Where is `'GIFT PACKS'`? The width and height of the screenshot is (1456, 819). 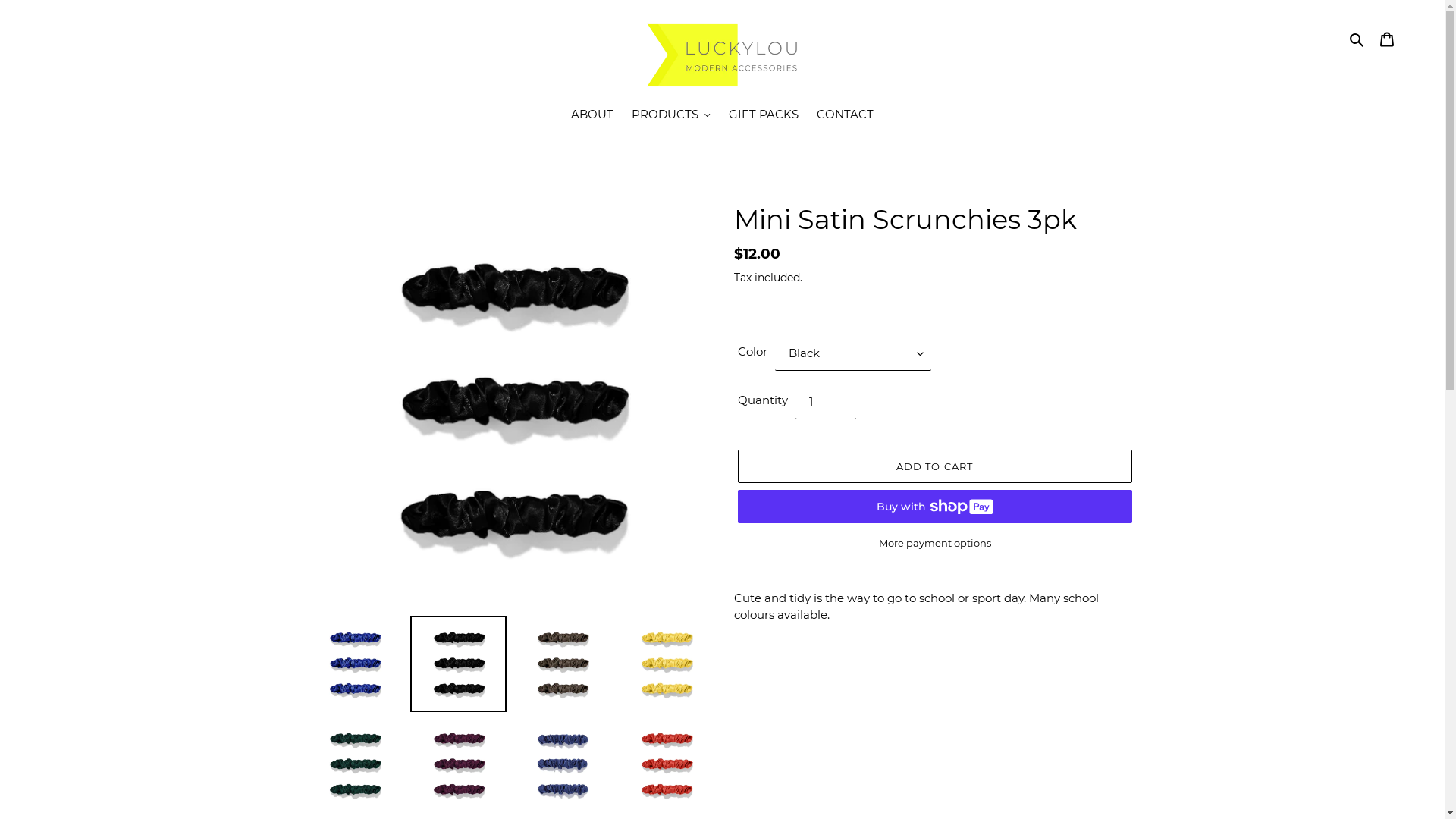 'GIFT PACKS' is located at coordinates (764, 115).